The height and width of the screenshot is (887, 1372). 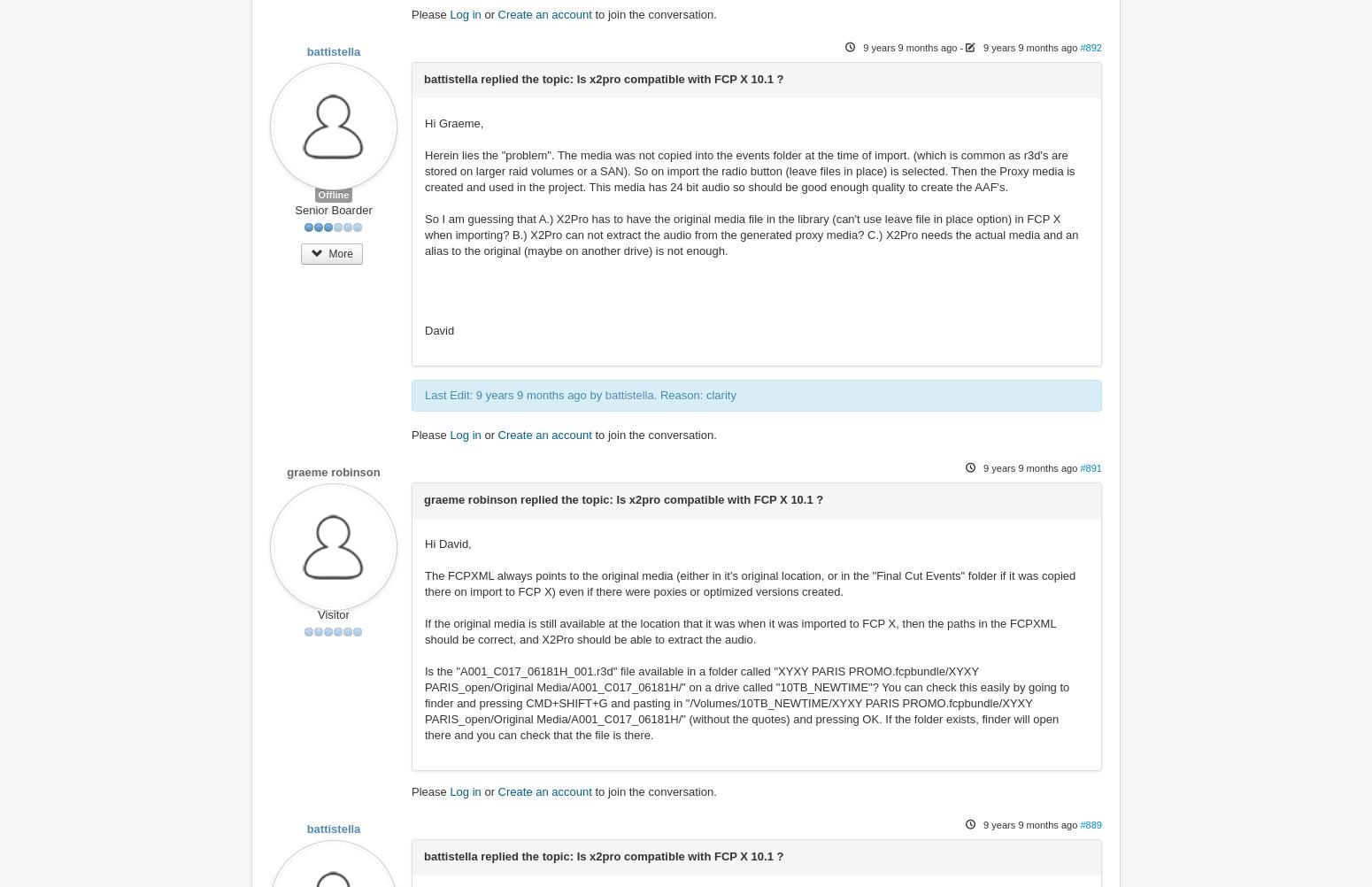 I want to click on '#891', so click(x=1091, y=467).